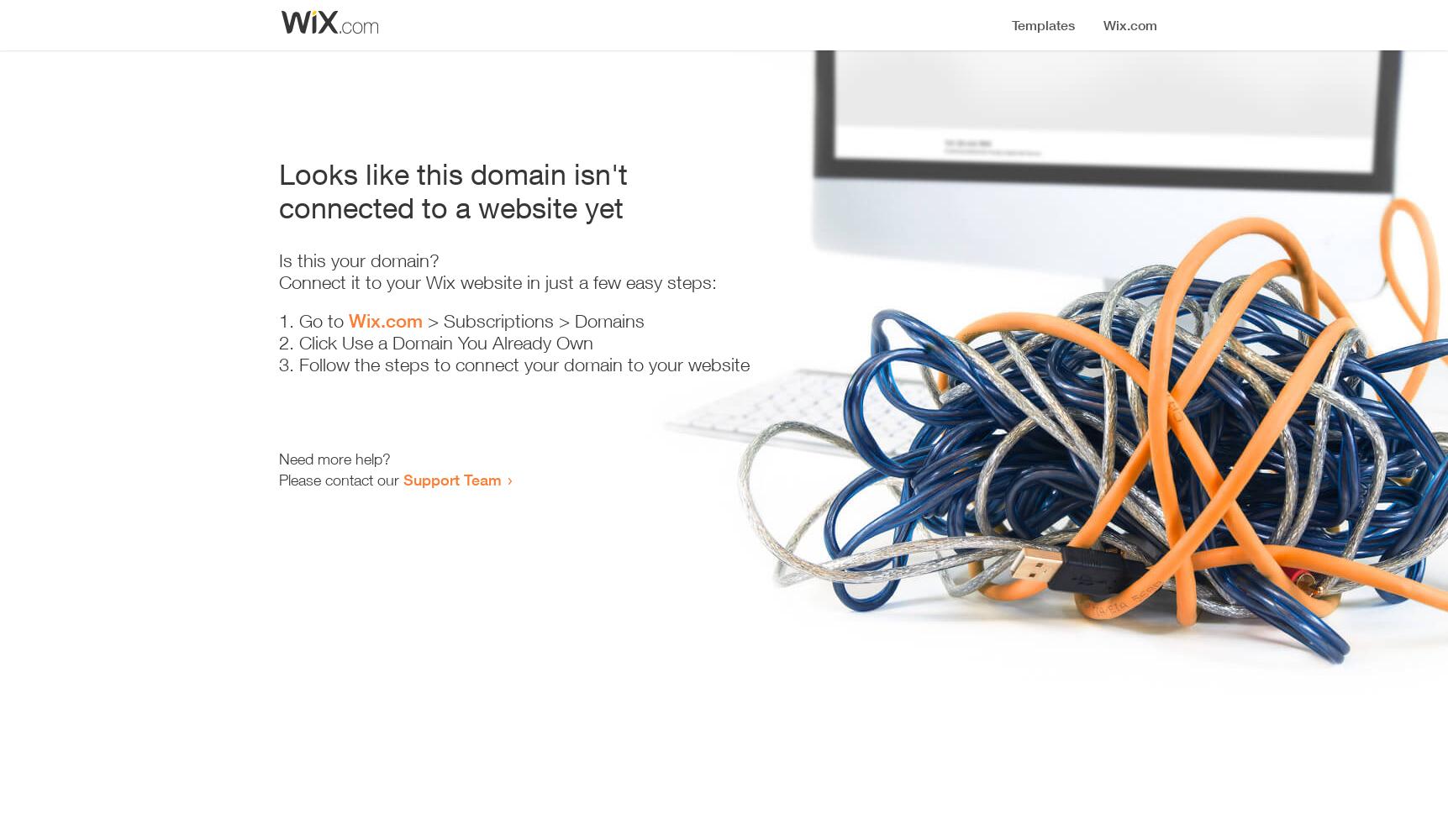 This screenshot has height=840, width=1448. I want to click on 'Looks like this domain isn't', so click(452, 173).